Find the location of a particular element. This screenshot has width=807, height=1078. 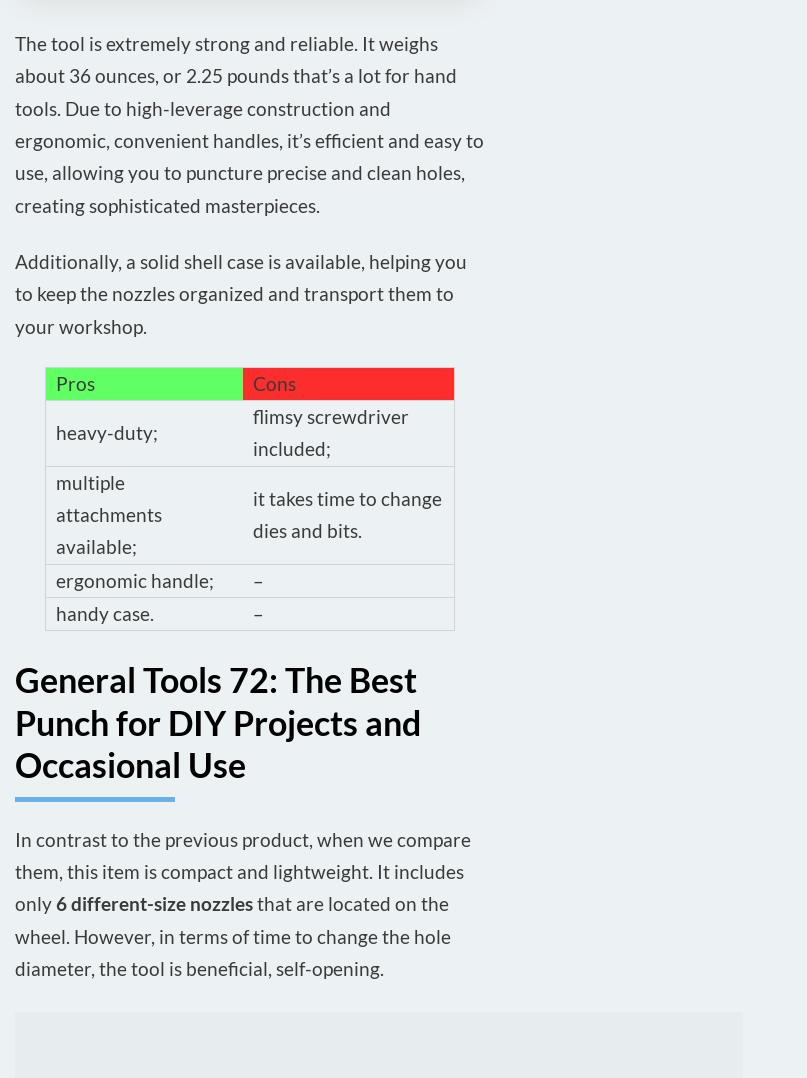

'handy case.' is located at coordinates (103, 612).